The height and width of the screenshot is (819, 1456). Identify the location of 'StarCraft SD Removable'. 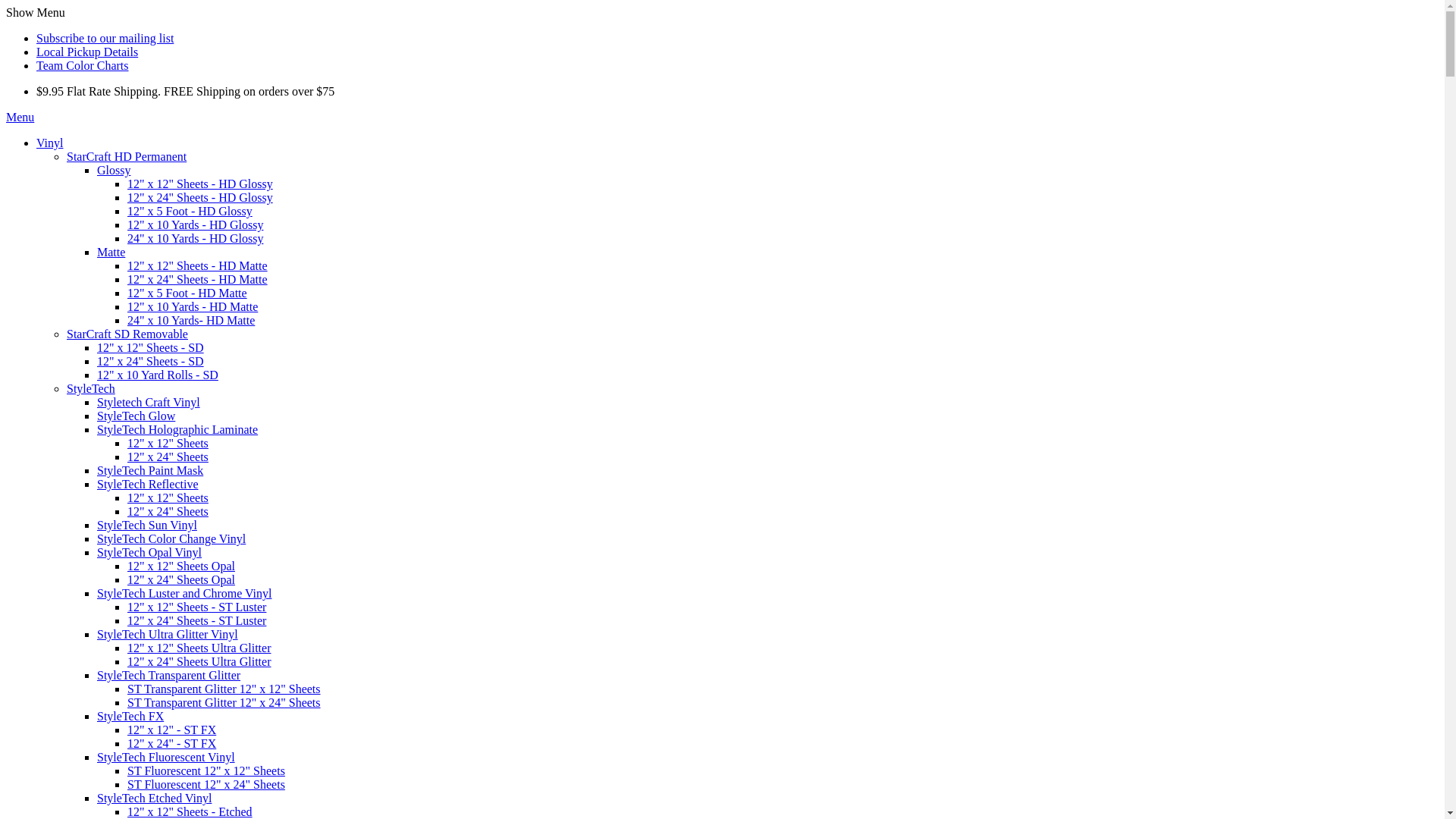
(65, 333).